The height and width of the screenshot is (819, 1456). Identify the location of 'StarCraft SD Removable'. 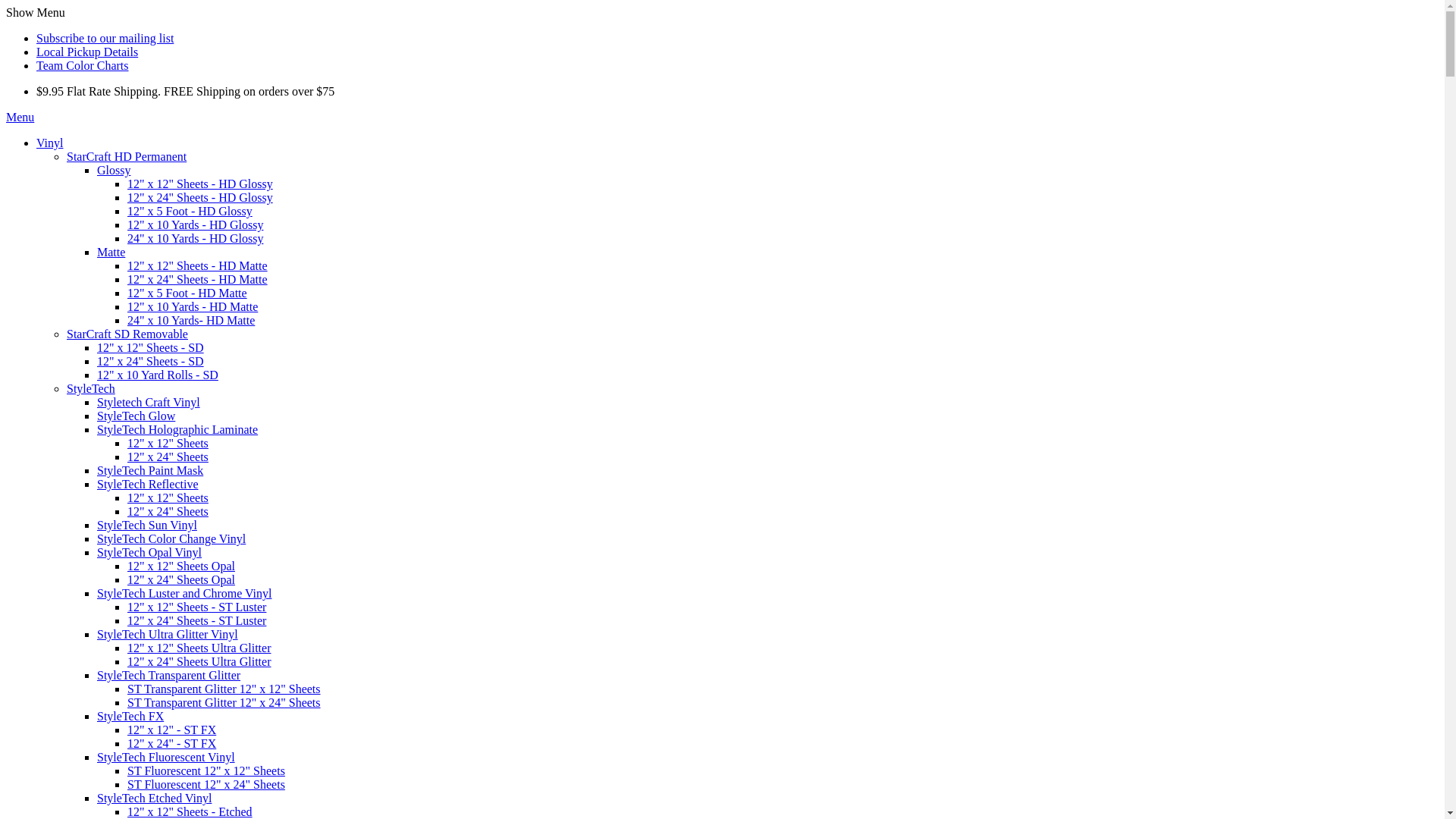
(65, 333).